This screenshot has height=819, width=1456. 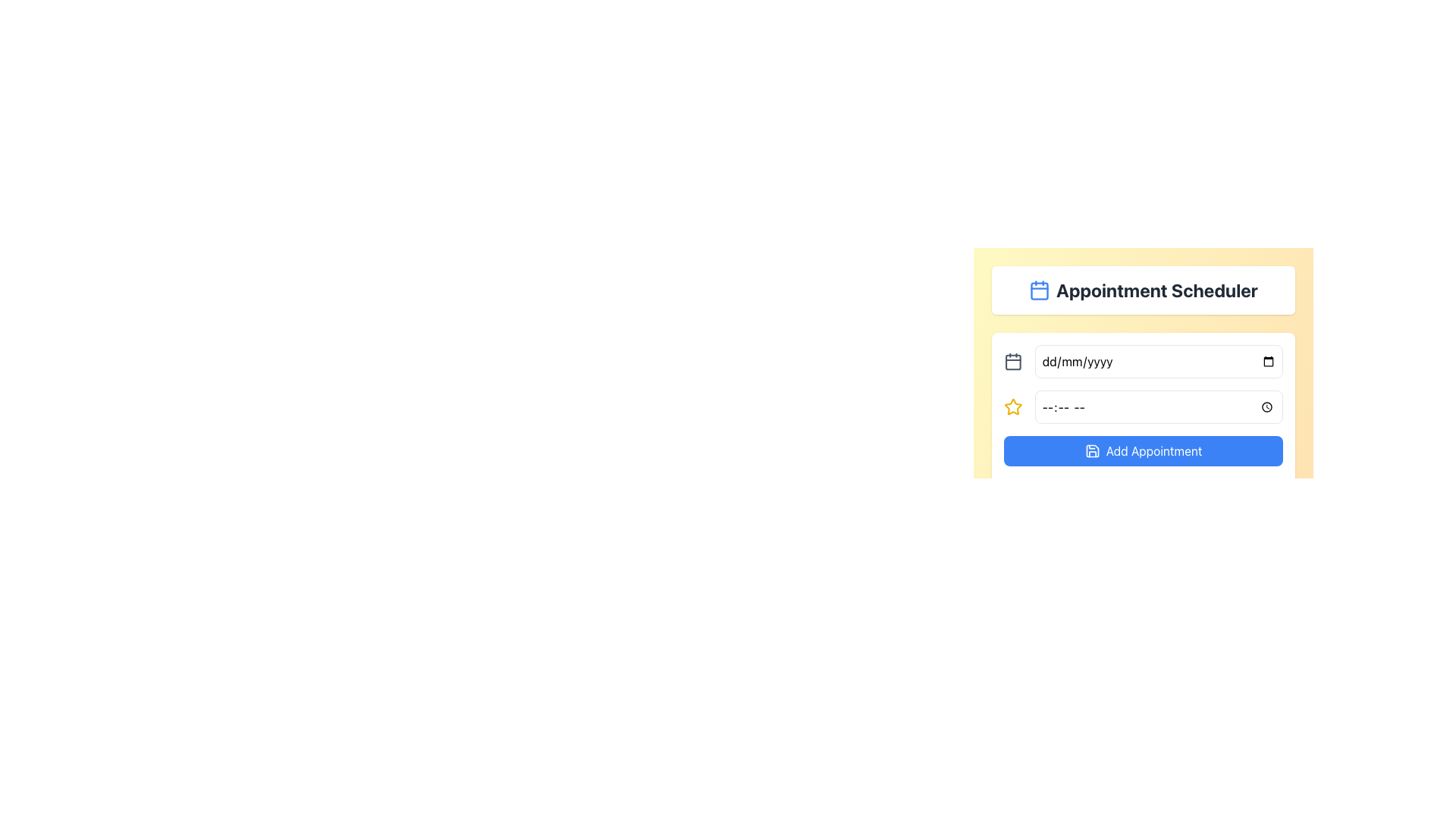 What do you see at coordinates (1013, 362) in the screenshot?
I see `the date picker icon located to the left of the date input field in the appointment scheduling interface` at bounding box center [1013, 362].